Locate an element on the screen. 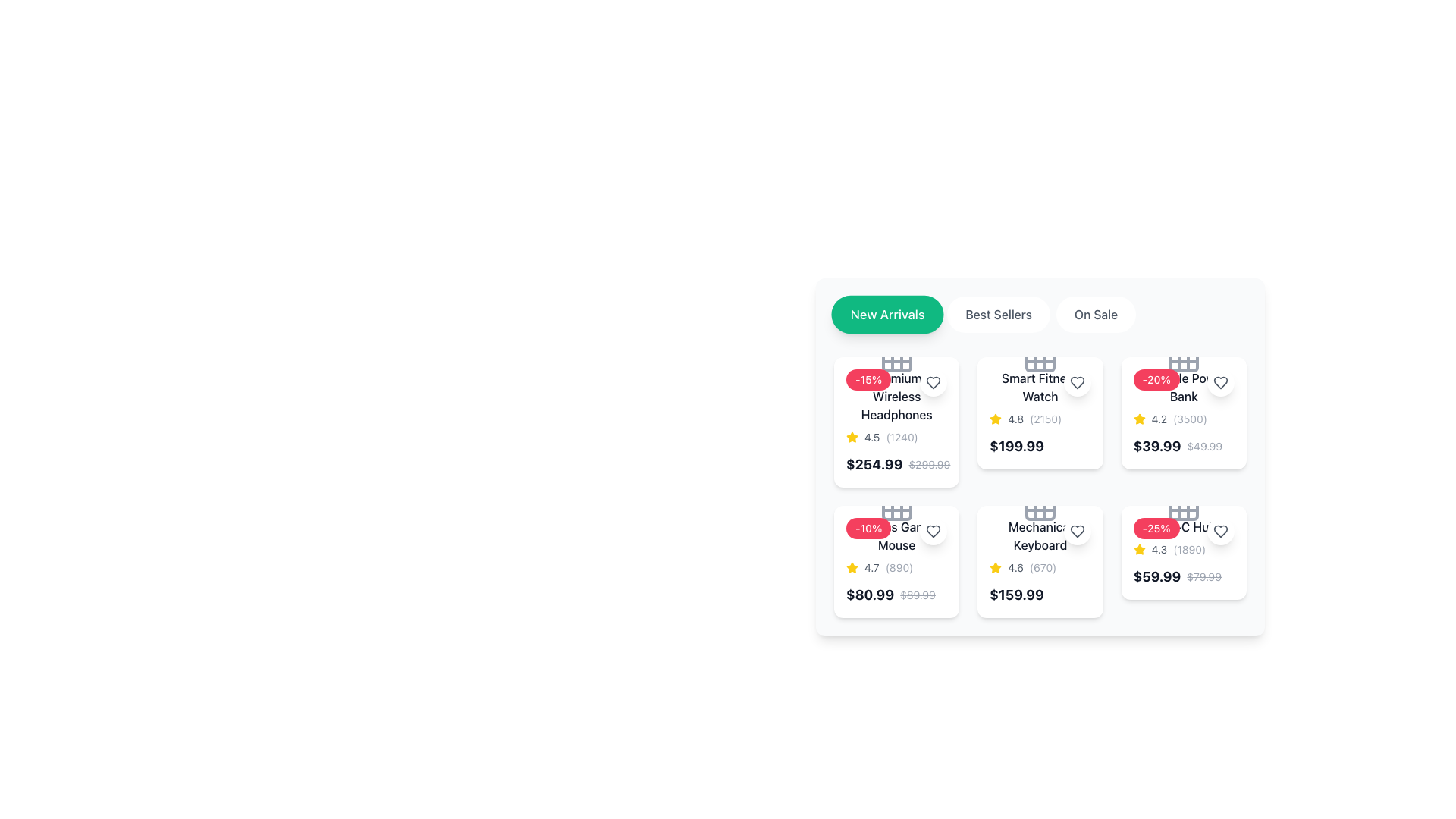  the rating display with a star icon for the 'USB-C Hub' product is located at coordinates (1183, 550).